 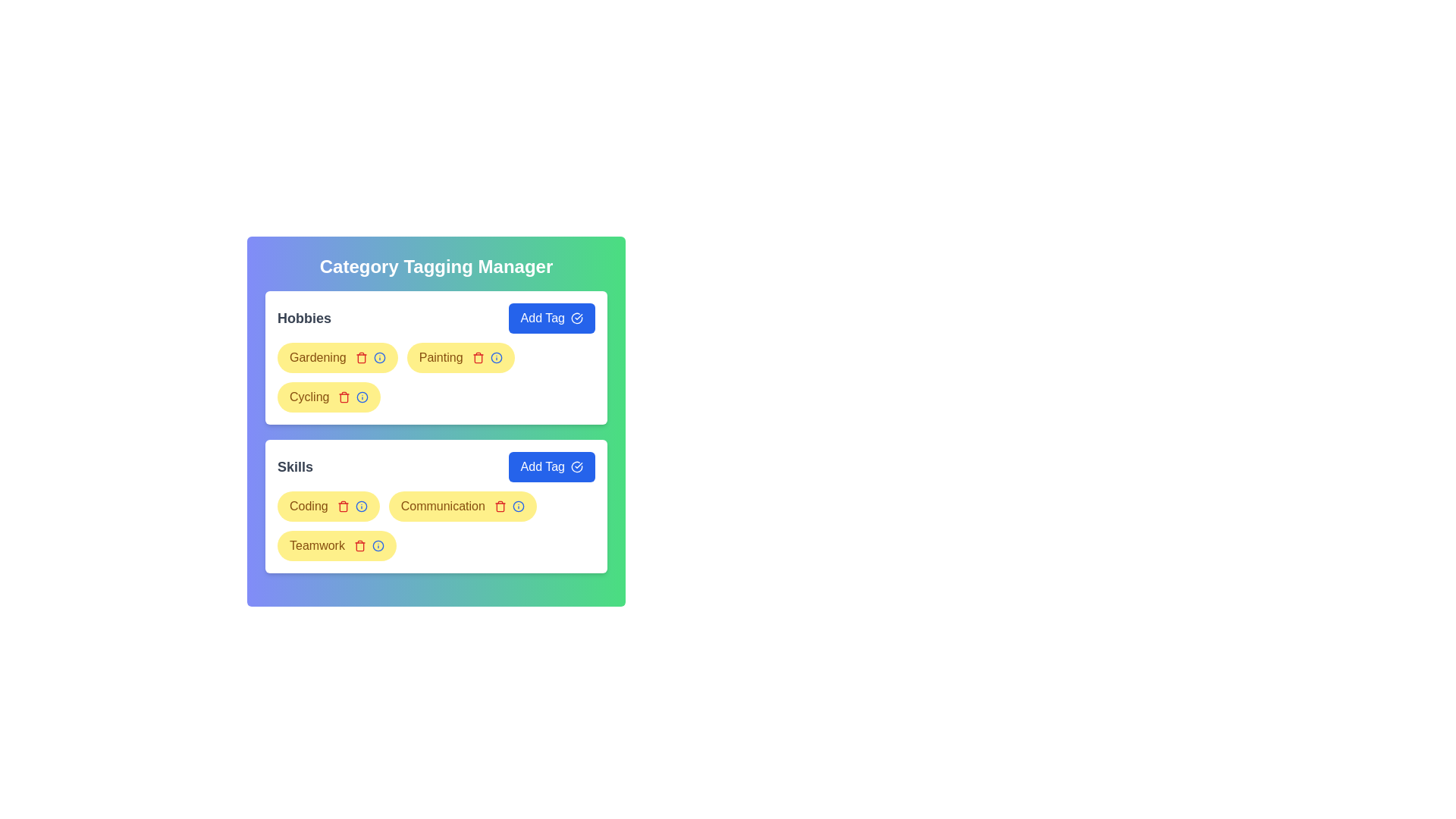 What do you see at coordinates (378, 546) in the screenshot?
I see `the circular blue info icon next to the text 'Teamwork' in the 'Skills' section` at bounding box center [378, 546].